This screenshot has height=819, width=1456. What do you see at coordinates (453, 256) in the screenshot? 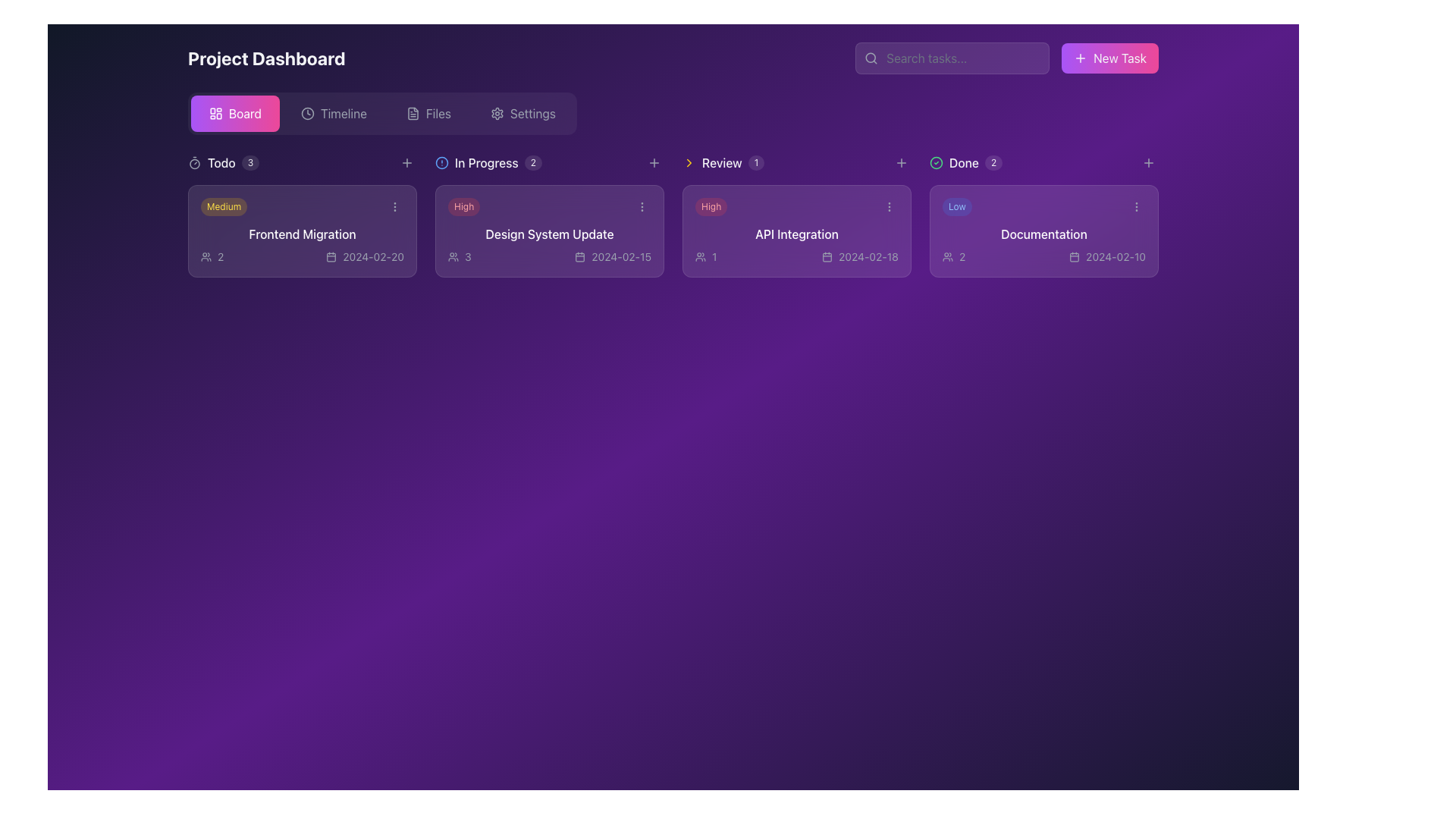
I see `the User Avatar Icon, which indicates the number of users associated with the task, located within the 'Design System Update' task card in the 'In Progress' section of the project dashboard` at bounding box center [453, 256].